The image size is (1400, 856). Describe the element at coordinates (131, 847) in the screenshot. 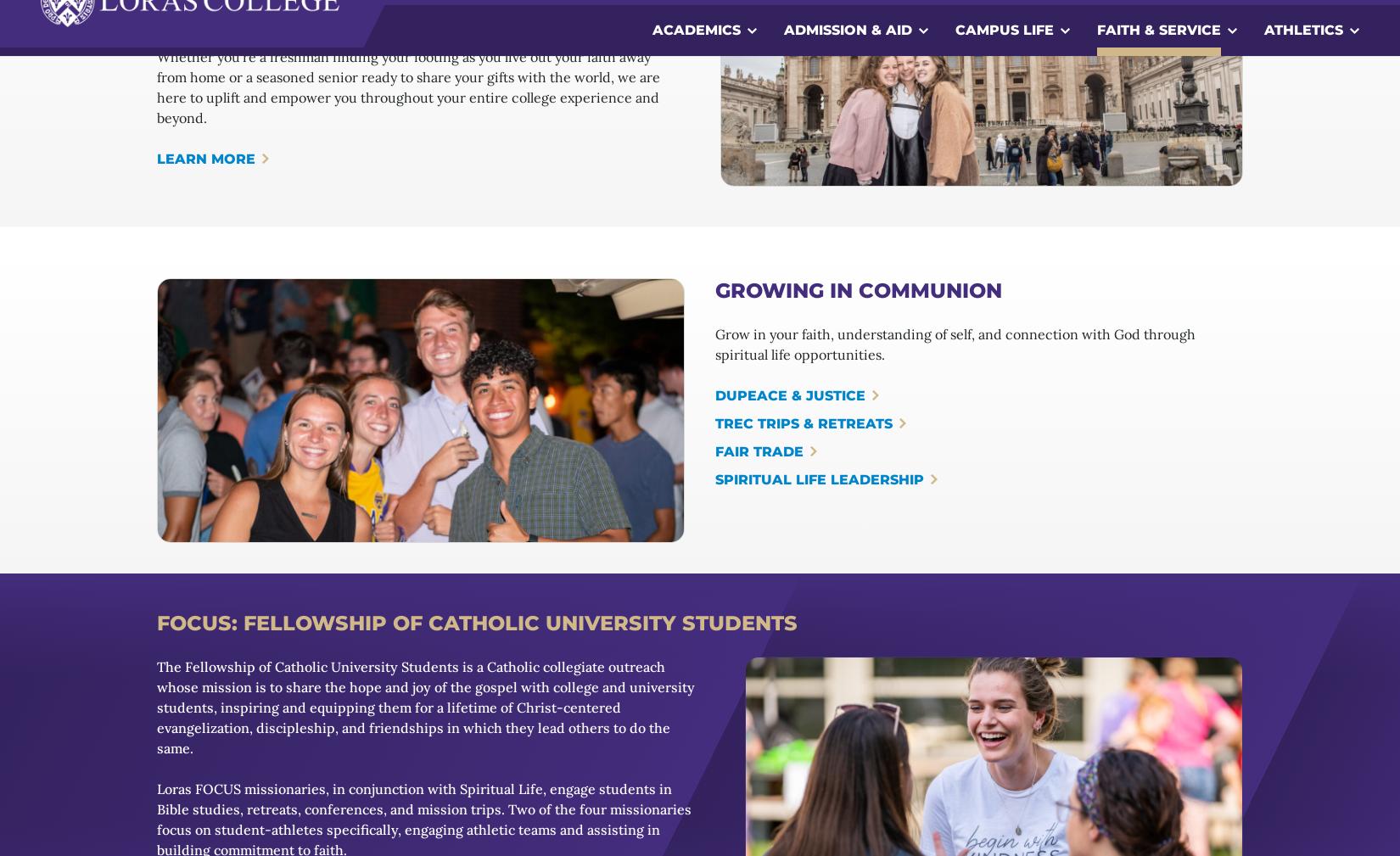

I see `'Campus Portal'` at that location.